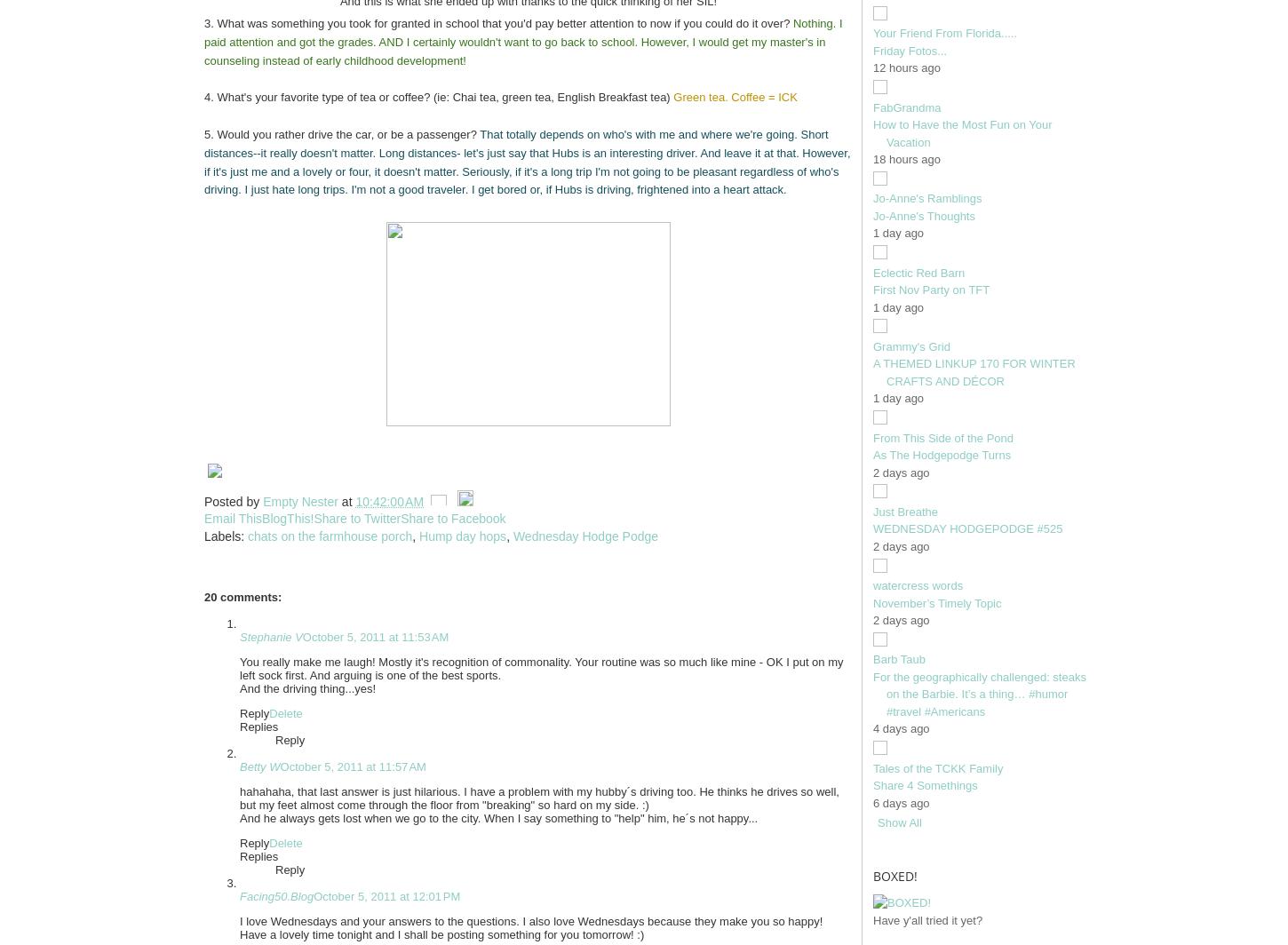 This screenshot has height=945, width=1288. What do you see at coordinates (937, 602) in the screenshot?
I see `'November’s Timely Topic'` at bounding box center [937, 602].